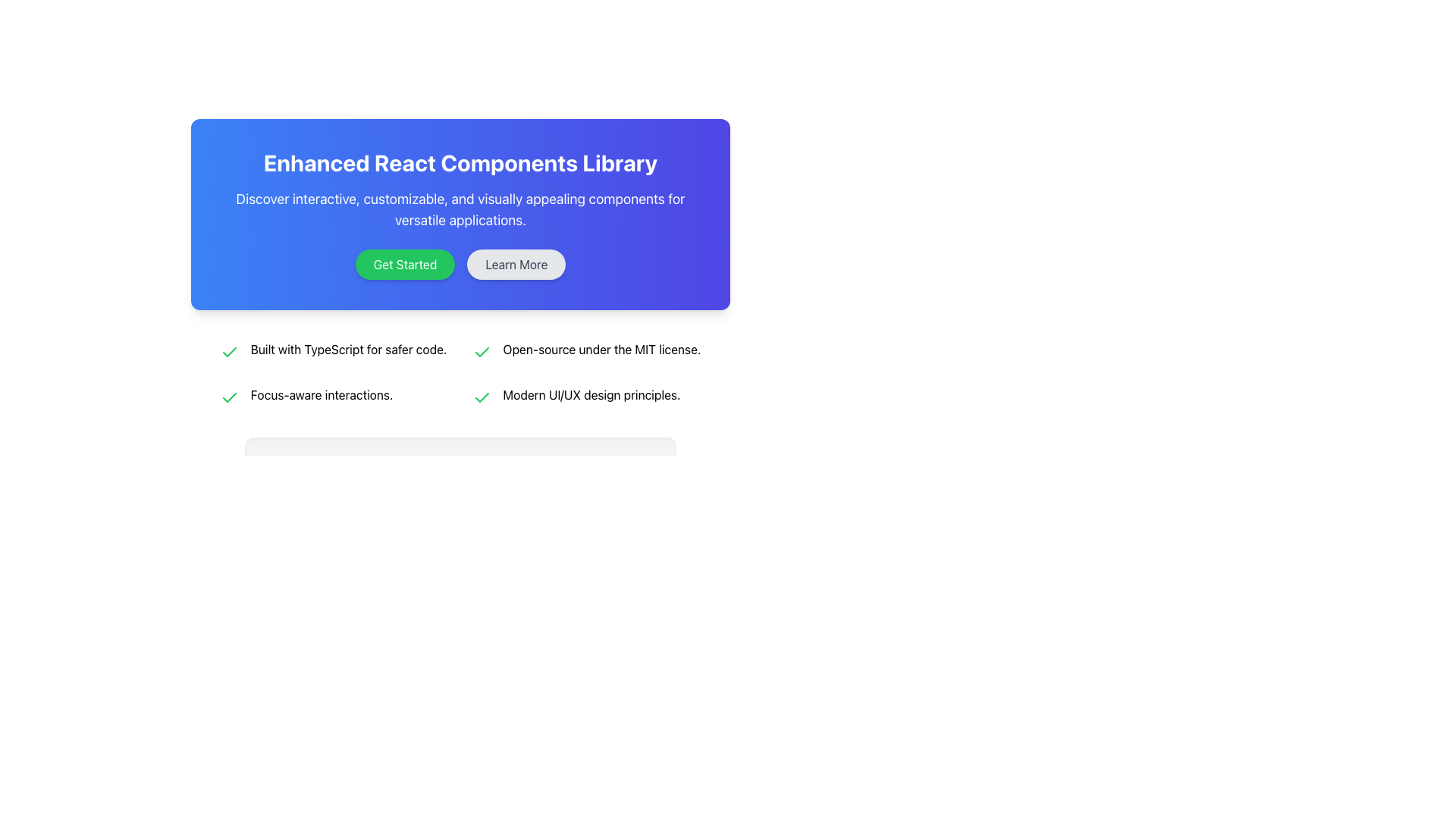 Image resolution: width=1456 pixels, height=819 pixels. Describe the element at coordinates (460, 210) in the screenshot. I see `the Text label that provides a descriptive subtitle beneath the title 'Enhanced React Components Library'` at that location.